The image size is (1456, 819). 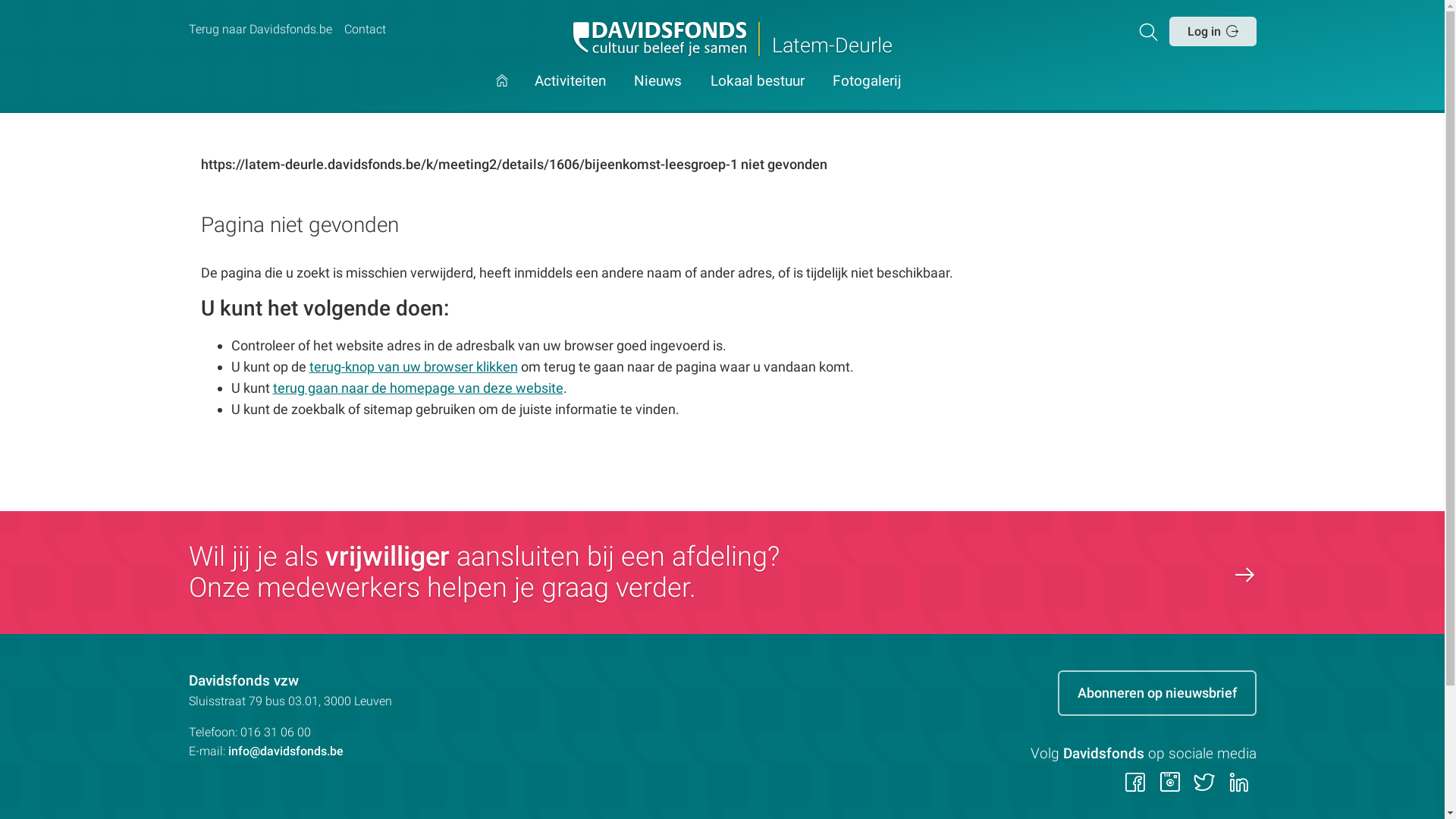 What do you see at coordinates (570, 93) in the screenshot?
I see `'Activiteiten'` at bounding box center [570, 93].